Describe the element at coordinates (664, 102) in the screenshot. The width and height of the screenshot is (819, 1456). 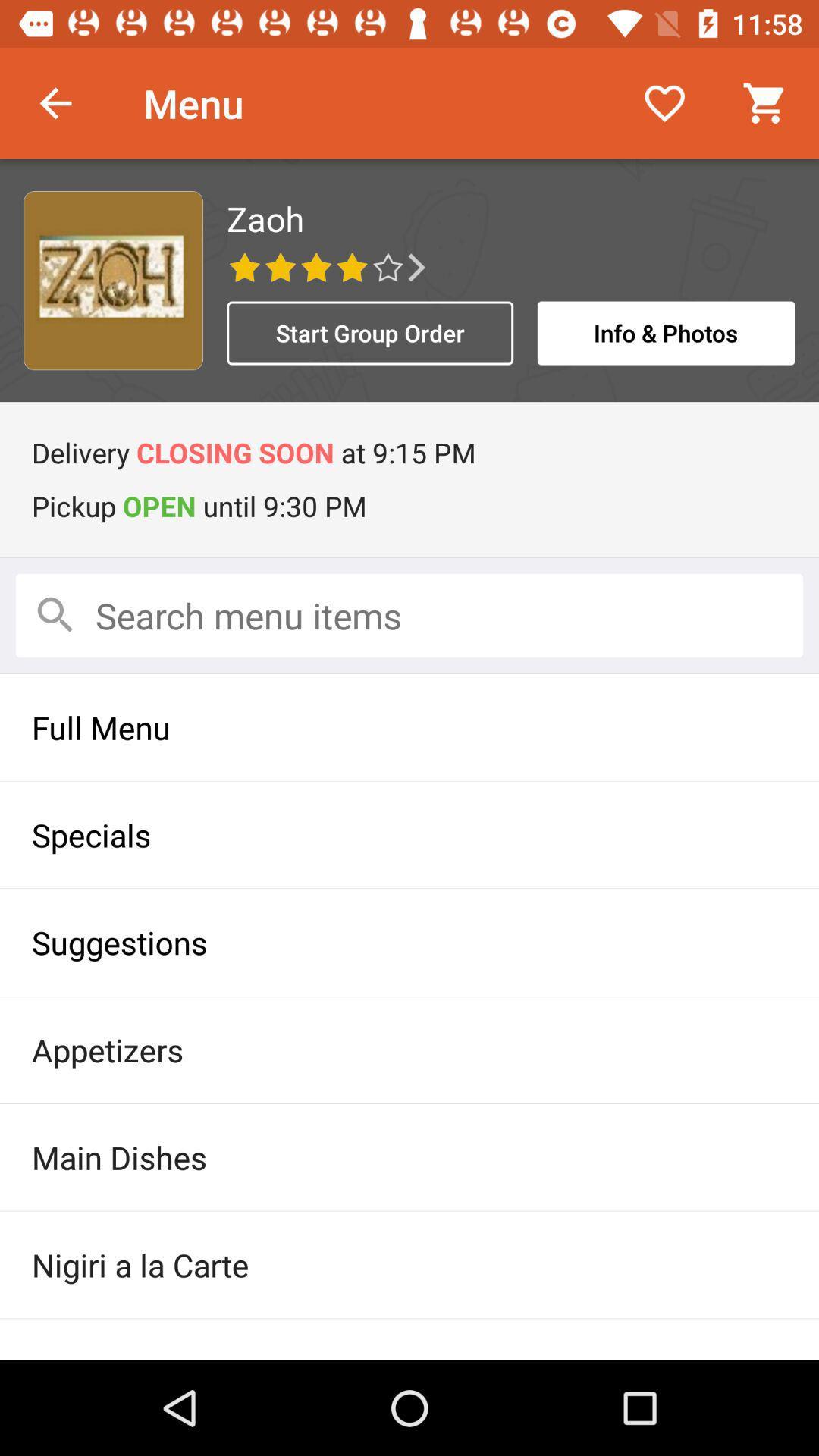
I see `icon to the right of the menu item` at that location.